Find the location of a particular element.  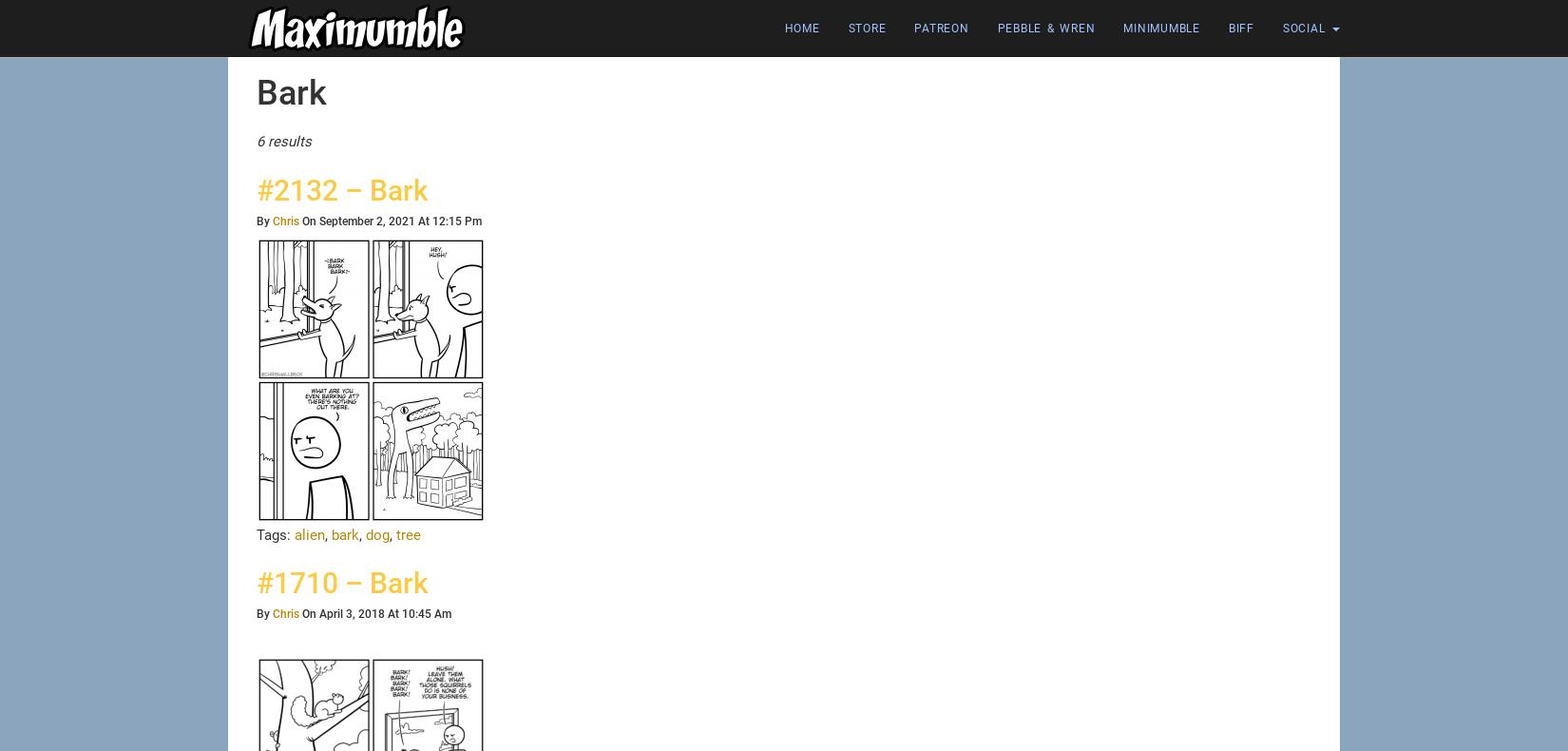

'#1710 – Bark' is located at coordinates (256, 583).